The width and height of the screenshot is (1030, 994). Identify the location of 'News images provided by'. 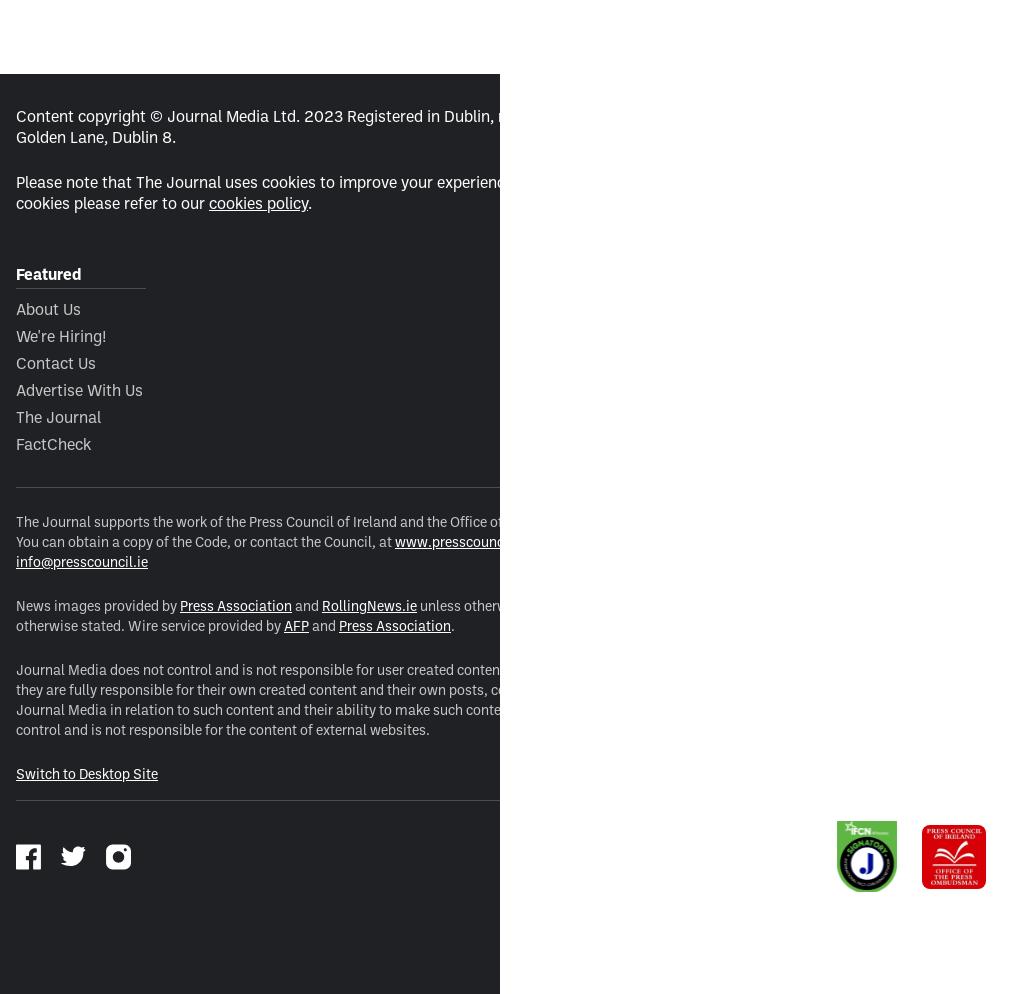
(96, 605).